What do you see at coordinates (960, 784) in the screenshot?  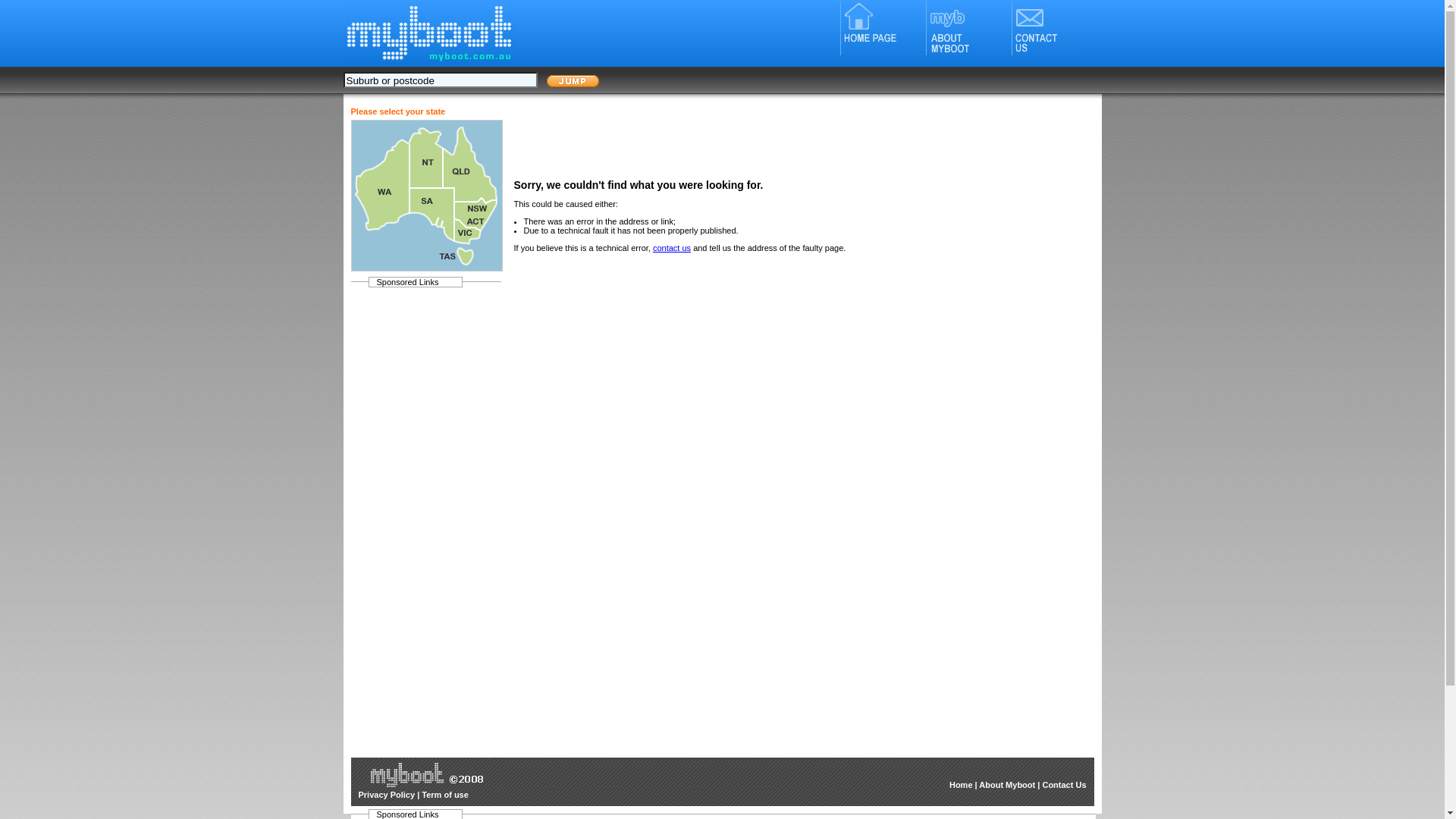 I see `'Home'` at bounding box center [960, 784].